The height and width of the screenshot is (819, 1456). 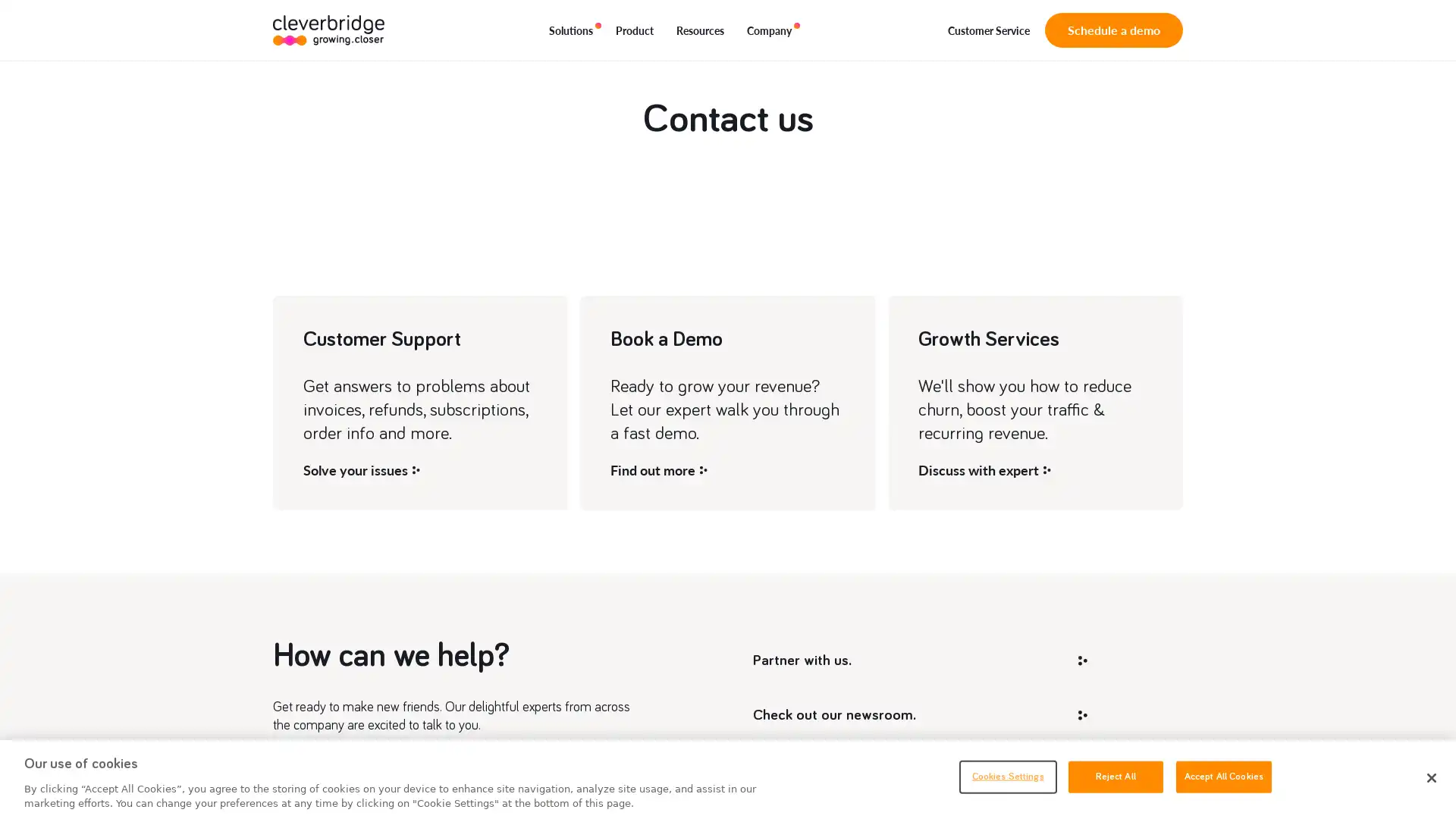 What do you see at coordinates (1430, 778) in the screenshot?
I see `Close` at bounding box center [1430, 778].